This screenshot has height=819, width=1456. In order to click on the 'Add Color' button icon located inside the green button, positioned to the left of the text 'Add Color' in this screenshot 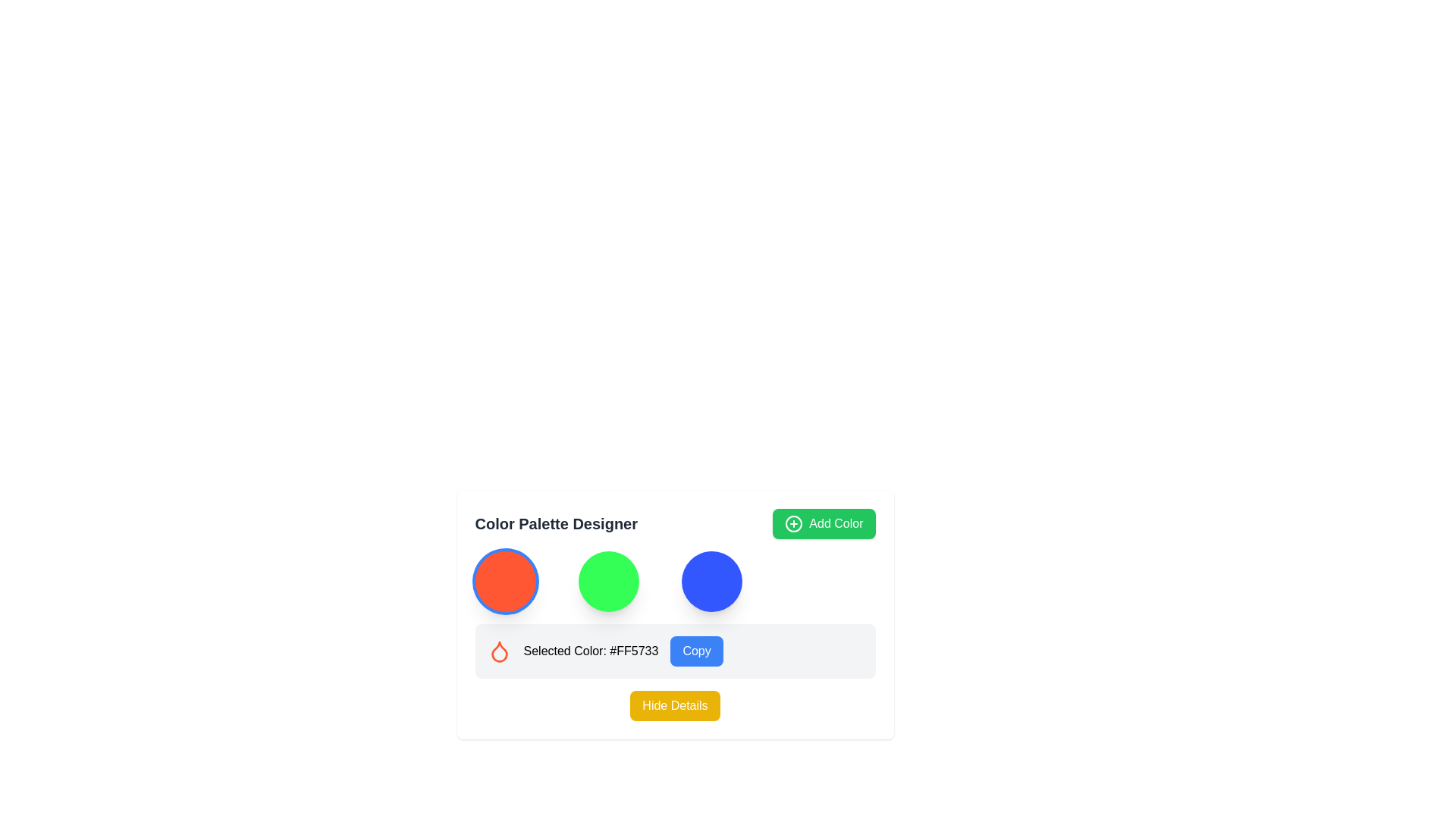, I will do `click(793, 522)`.